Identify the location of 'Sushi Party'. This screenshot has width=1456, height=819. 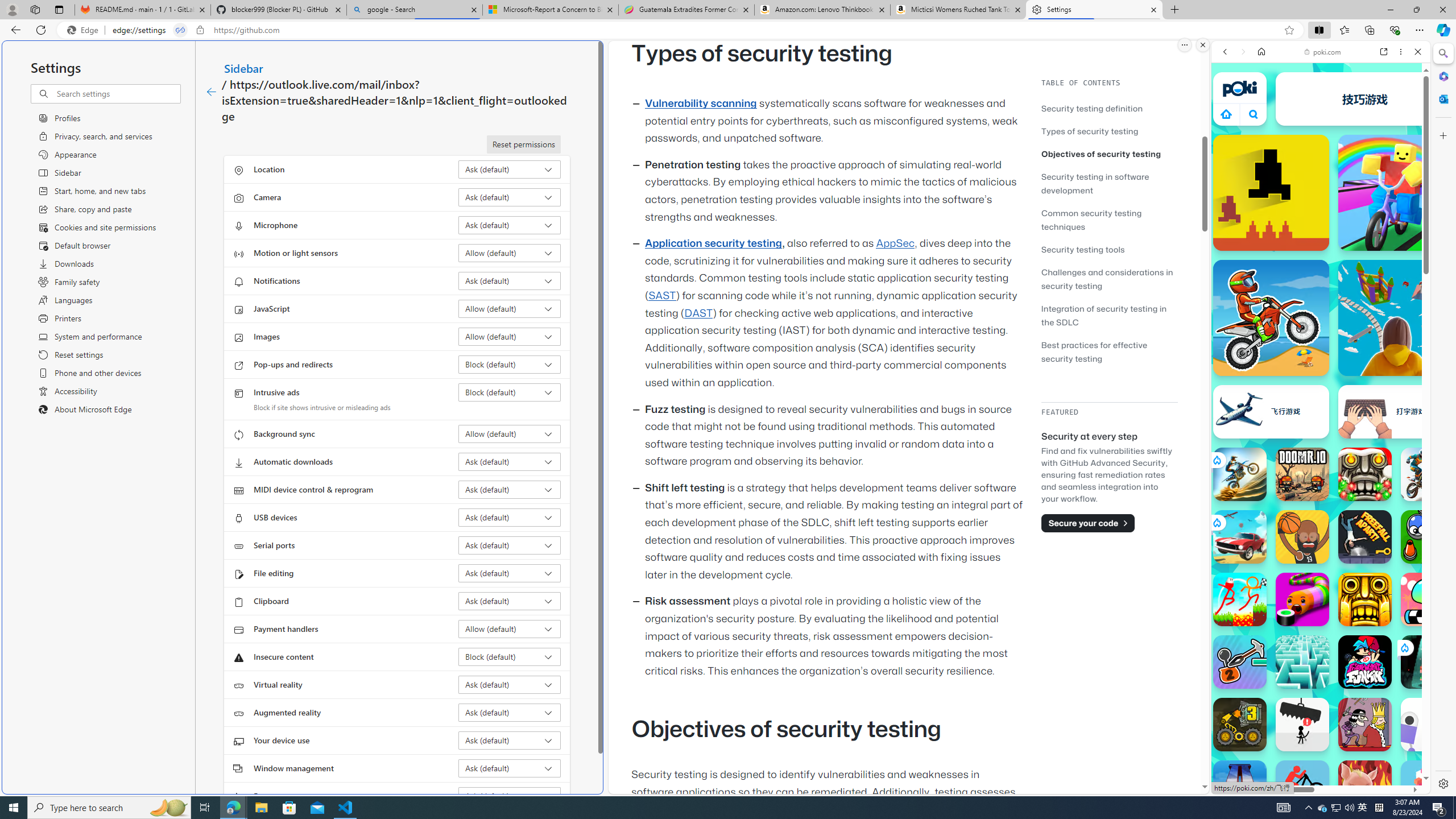
(1301, 599).